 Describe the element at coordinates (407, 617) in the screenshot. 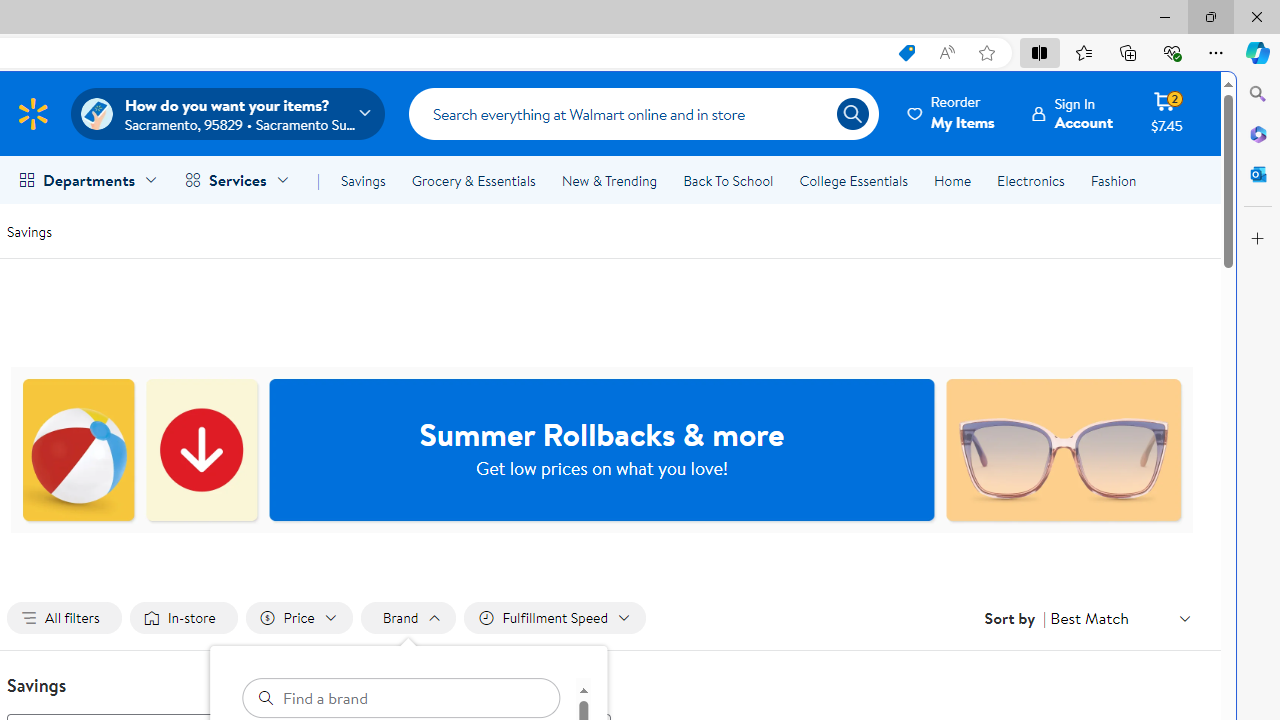

I see `'Filter by Brand not applied, activate to change'` at that location.